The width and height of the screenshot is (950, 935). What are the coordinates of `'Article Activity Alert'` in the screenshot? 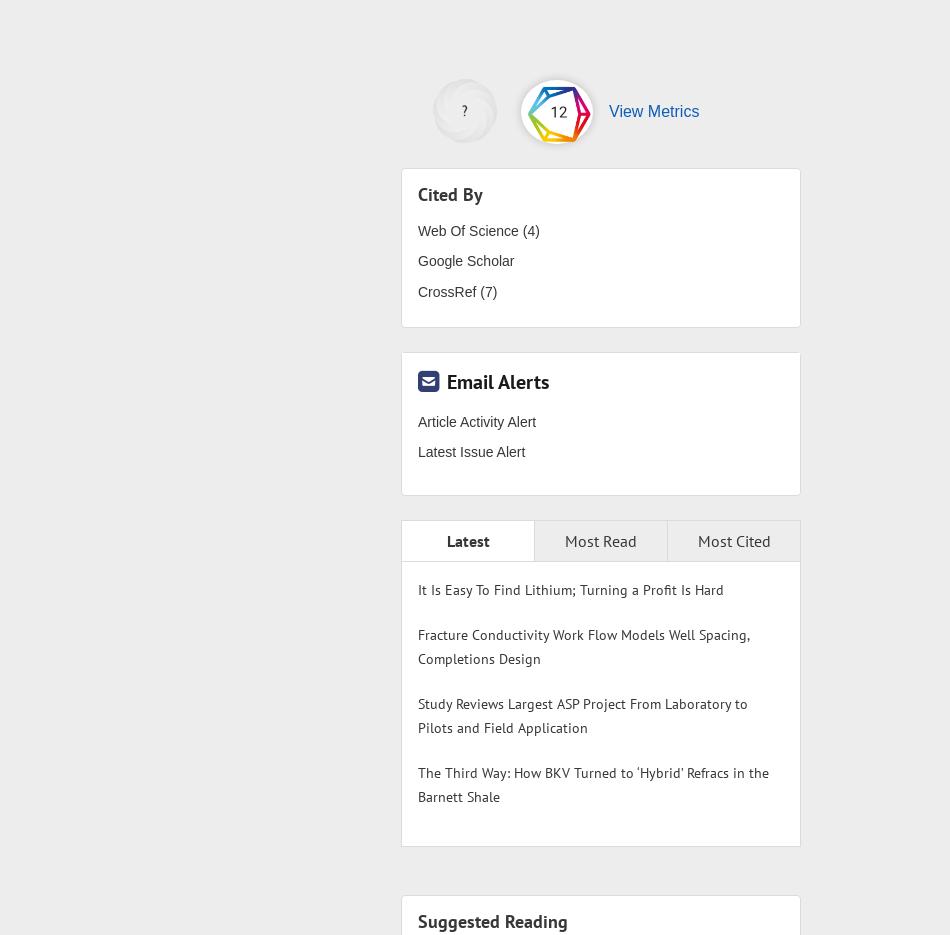 It's located at (476, 421).